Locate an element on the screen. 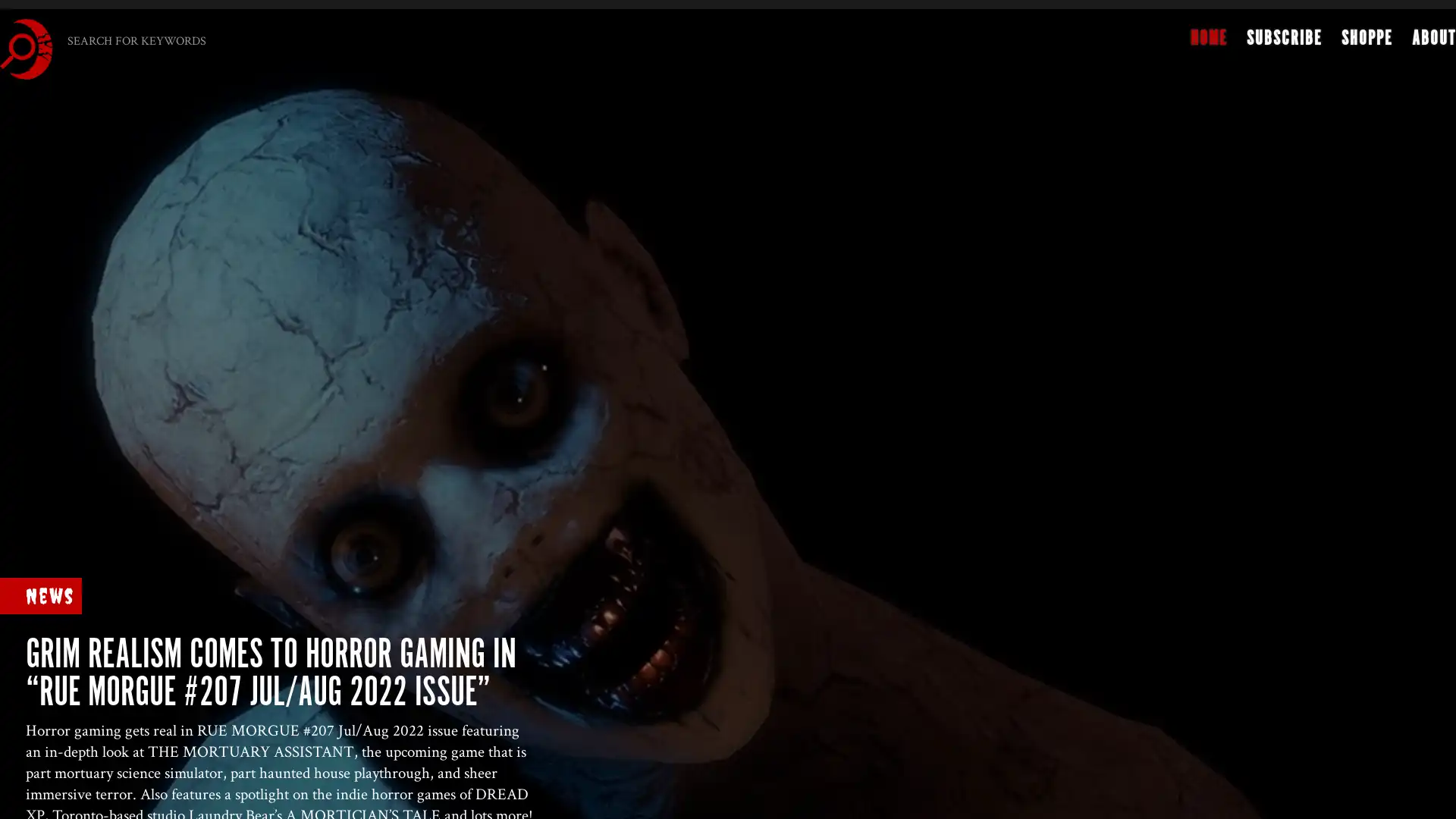 The width and height of the screenshot is (1456, 819). Gals n' ghouls read RUE MORGUE is located at coordinates (636, 265).